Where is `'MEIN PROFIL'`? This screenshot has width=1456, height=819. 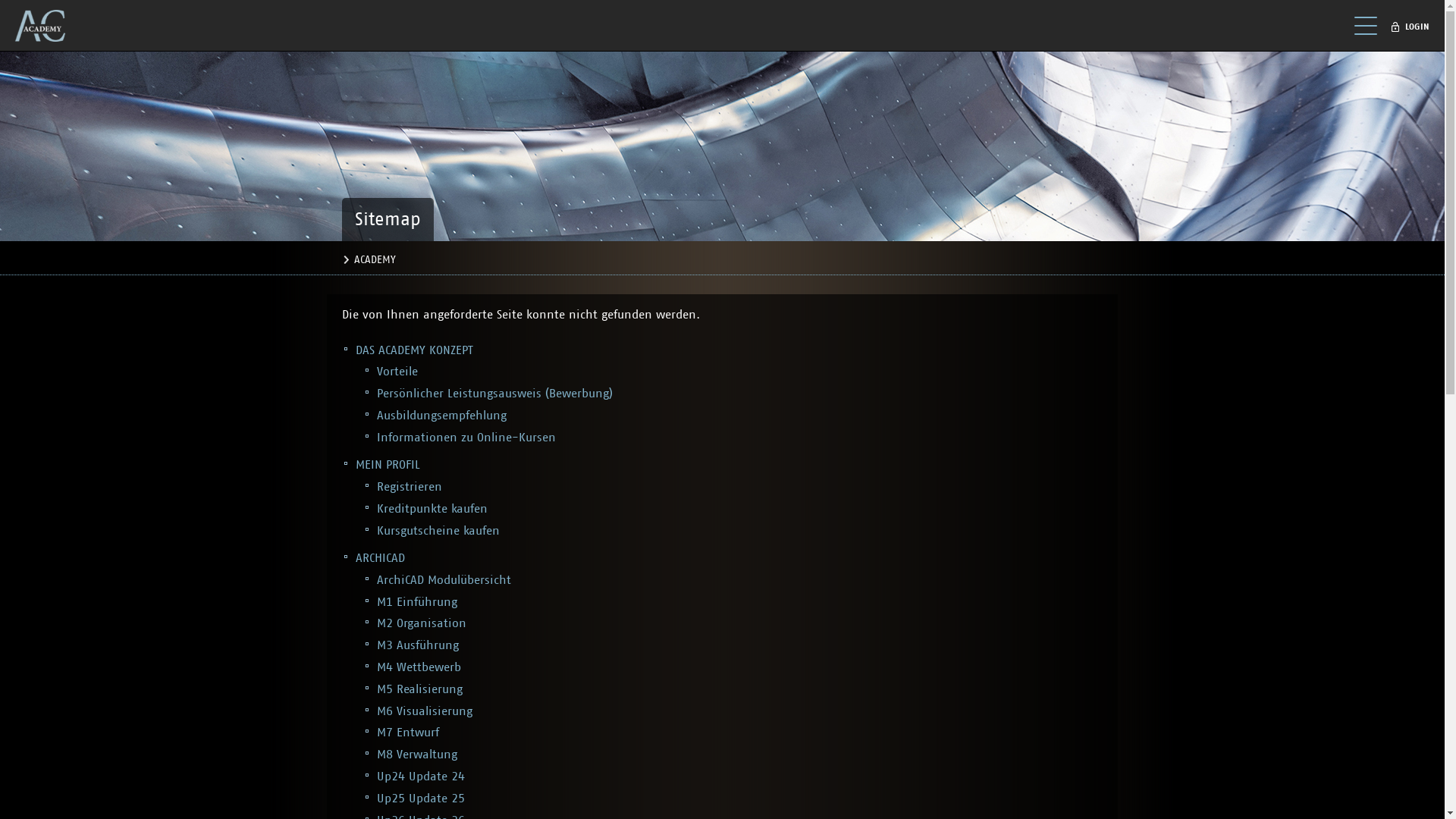 'MEIN PROFIL' is located at coordinates (388, 464).